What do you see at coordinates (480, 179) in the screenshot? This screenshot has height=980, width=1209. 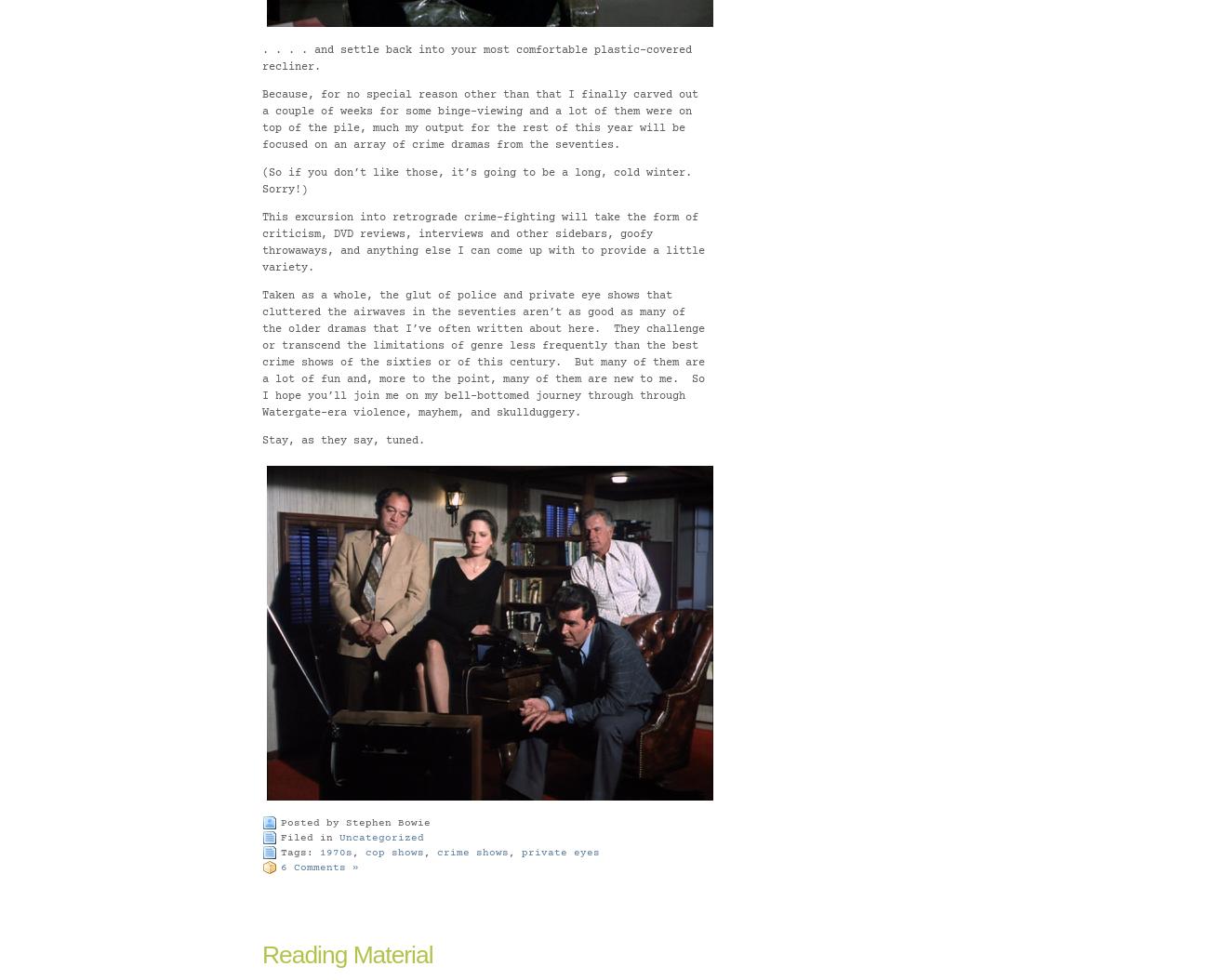 I see `'(So if you don’t like those, it’s going to be a long, cold winter.  Sorry!)'` at bounding box center [480, 179].